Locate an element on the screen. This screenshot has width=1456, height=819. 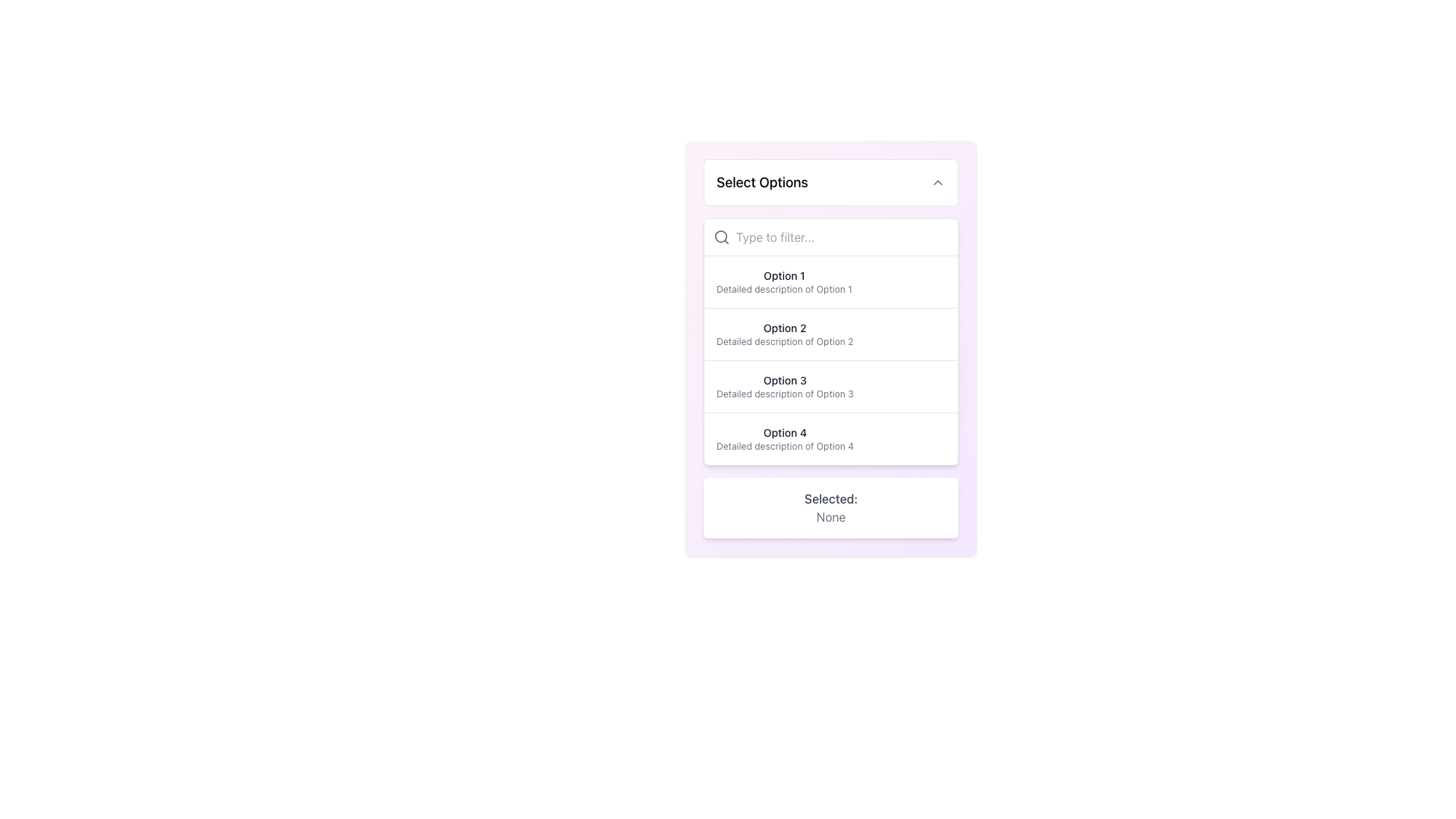
the text label 'Option 3' which is a medium weight, dark gray colored label positioned within the third item of a vertical list is located at coordinates (785, 379).